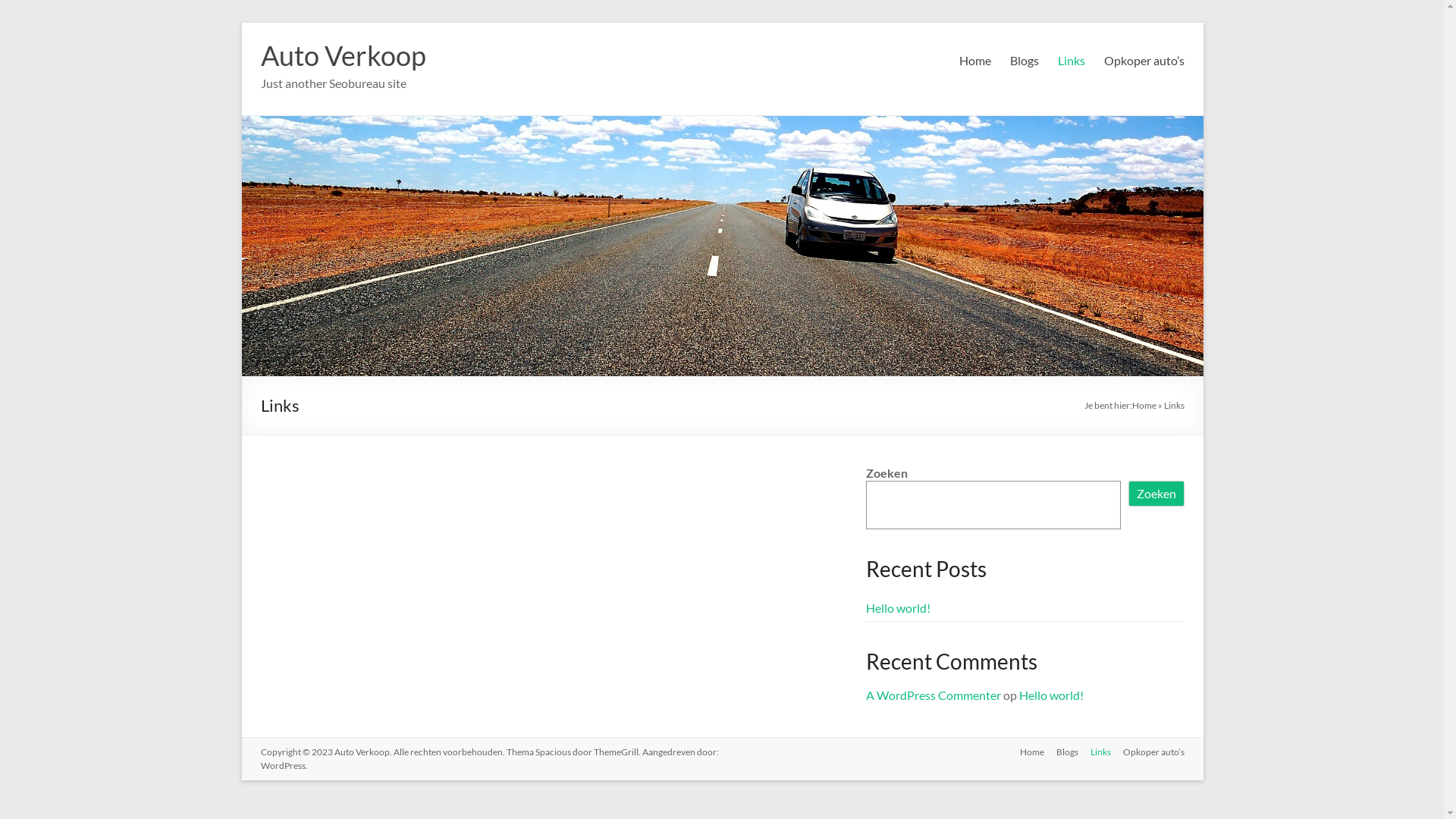  Describe the element at coordinates (283, 765) in the screenshot. I see `'WordPress'` at that location.